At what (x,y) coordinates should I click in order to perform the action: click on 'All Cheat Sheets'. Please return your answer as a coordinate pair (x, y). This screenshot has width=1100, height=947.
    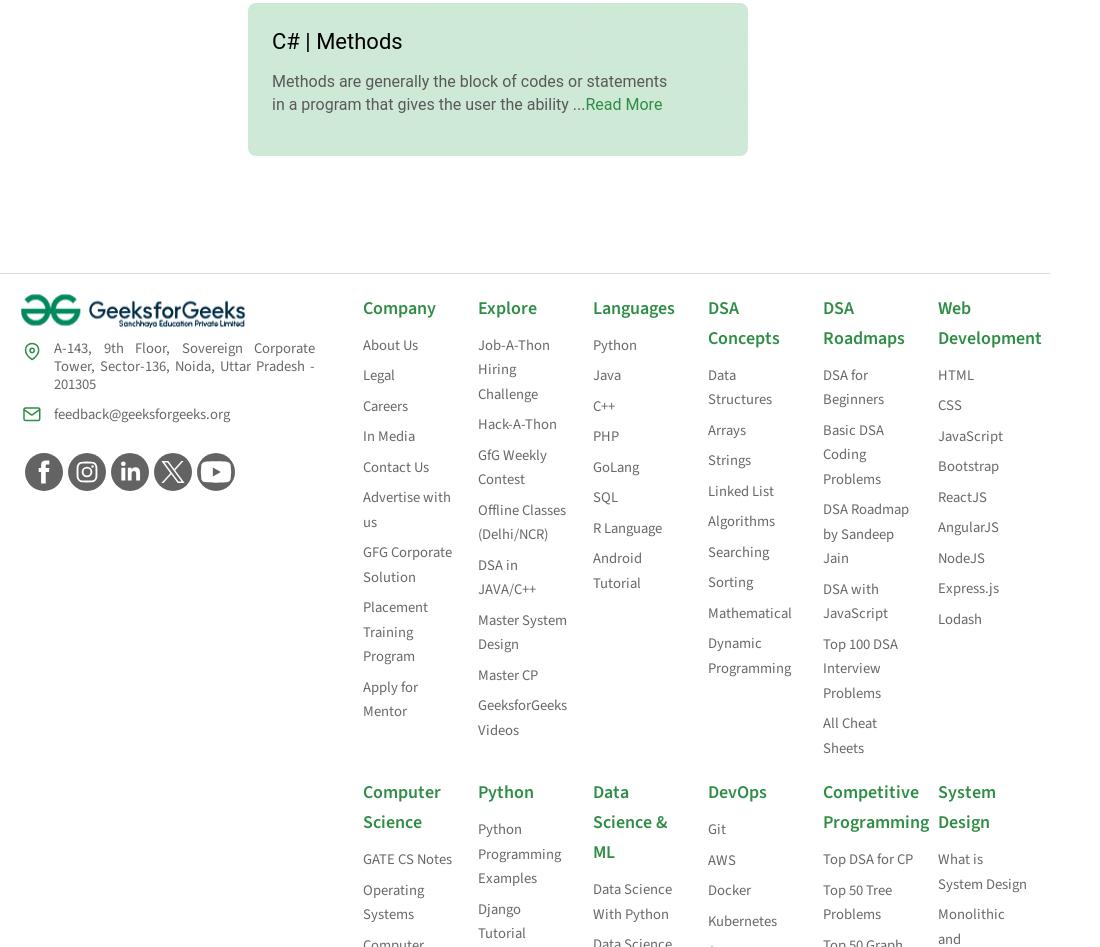
    Looking at the image, I should click on (823, 734).